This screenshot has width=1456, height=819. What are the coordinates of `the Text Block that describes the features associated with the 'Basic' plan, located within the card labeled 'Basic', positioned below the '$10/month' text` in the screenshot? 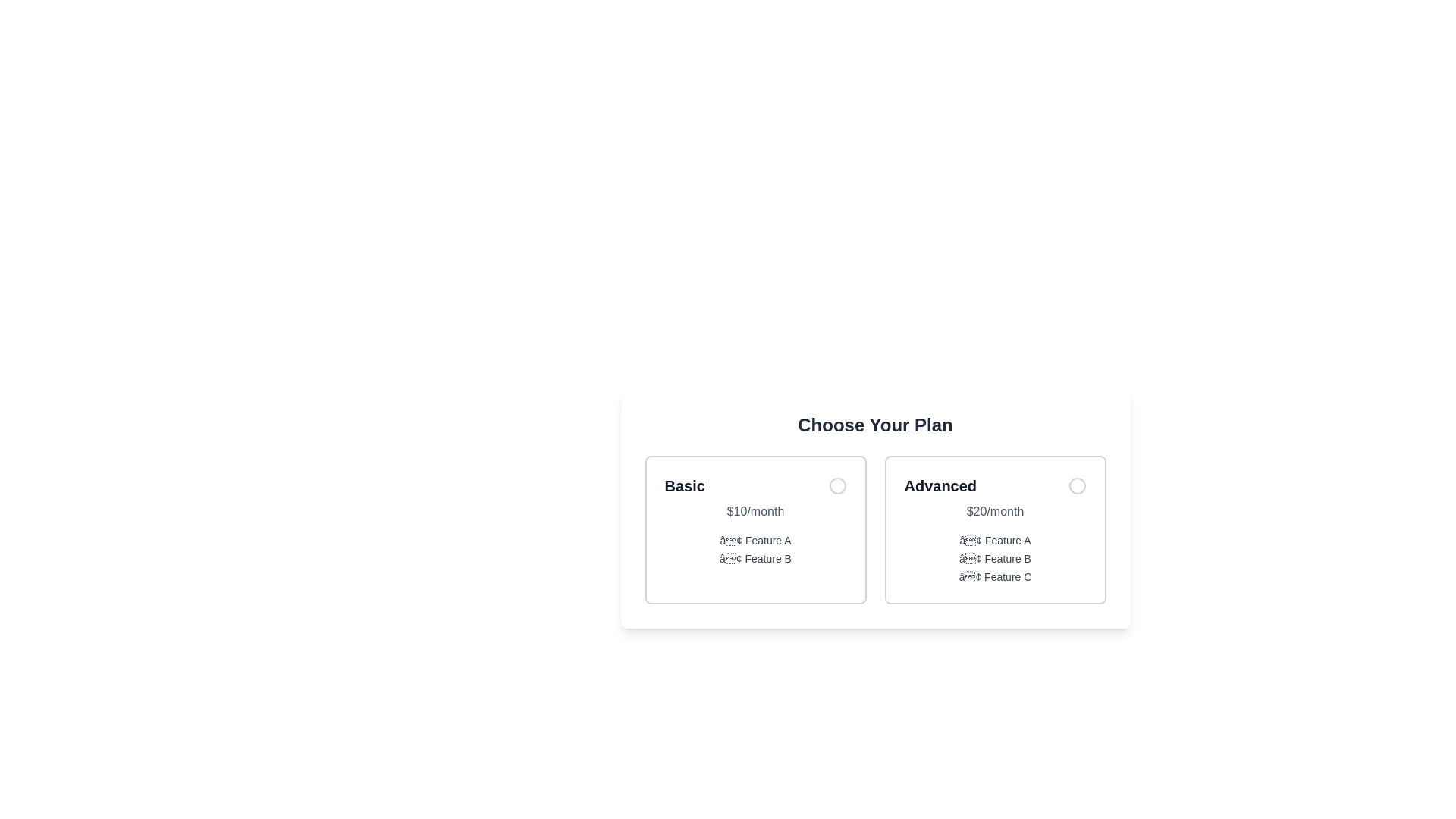 It's located at (755, 550).